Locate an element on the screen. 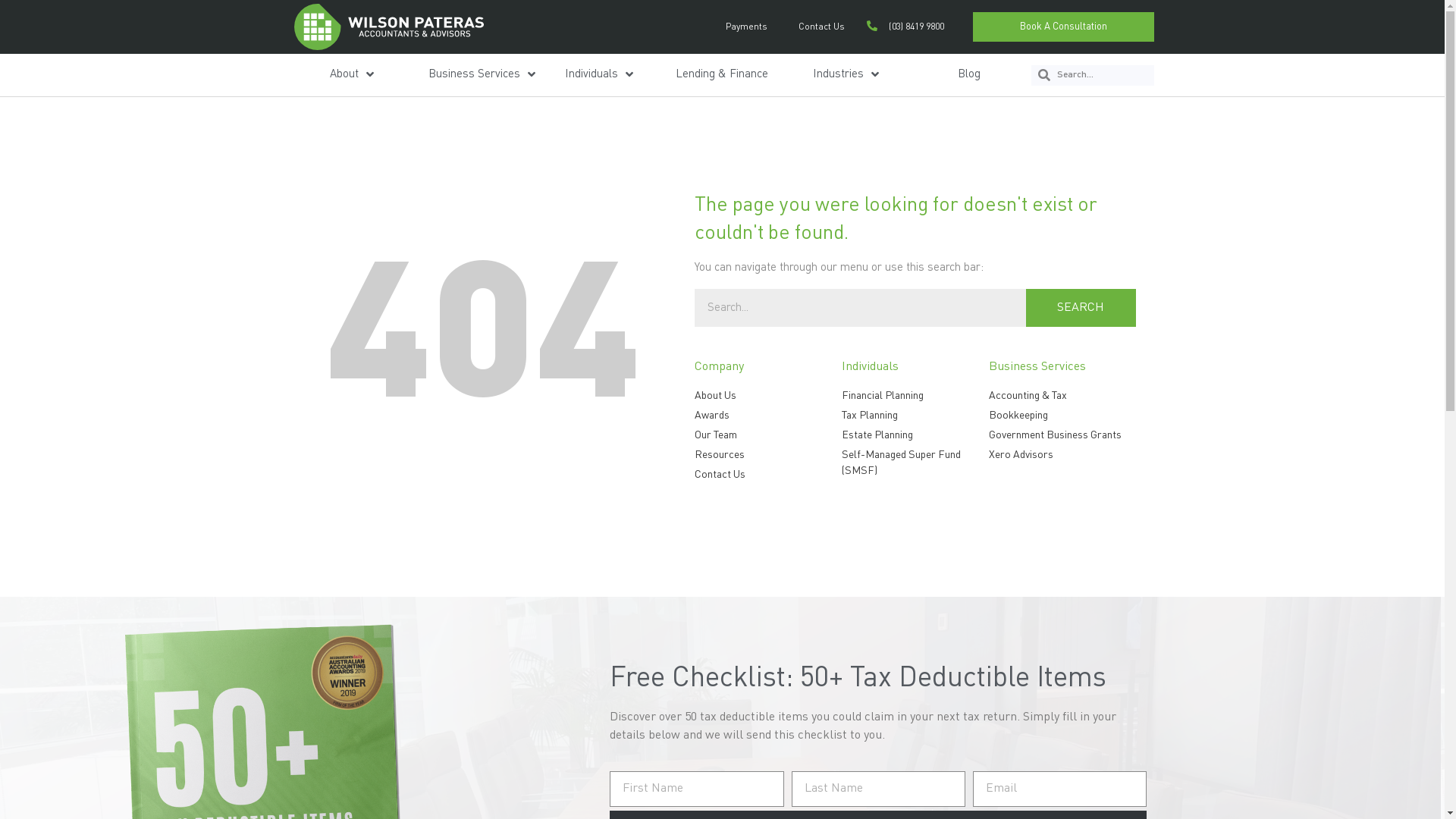 This screenshot has height=819, width=1456. 'Xero Advisors' is located at coordinates (1062, 454).